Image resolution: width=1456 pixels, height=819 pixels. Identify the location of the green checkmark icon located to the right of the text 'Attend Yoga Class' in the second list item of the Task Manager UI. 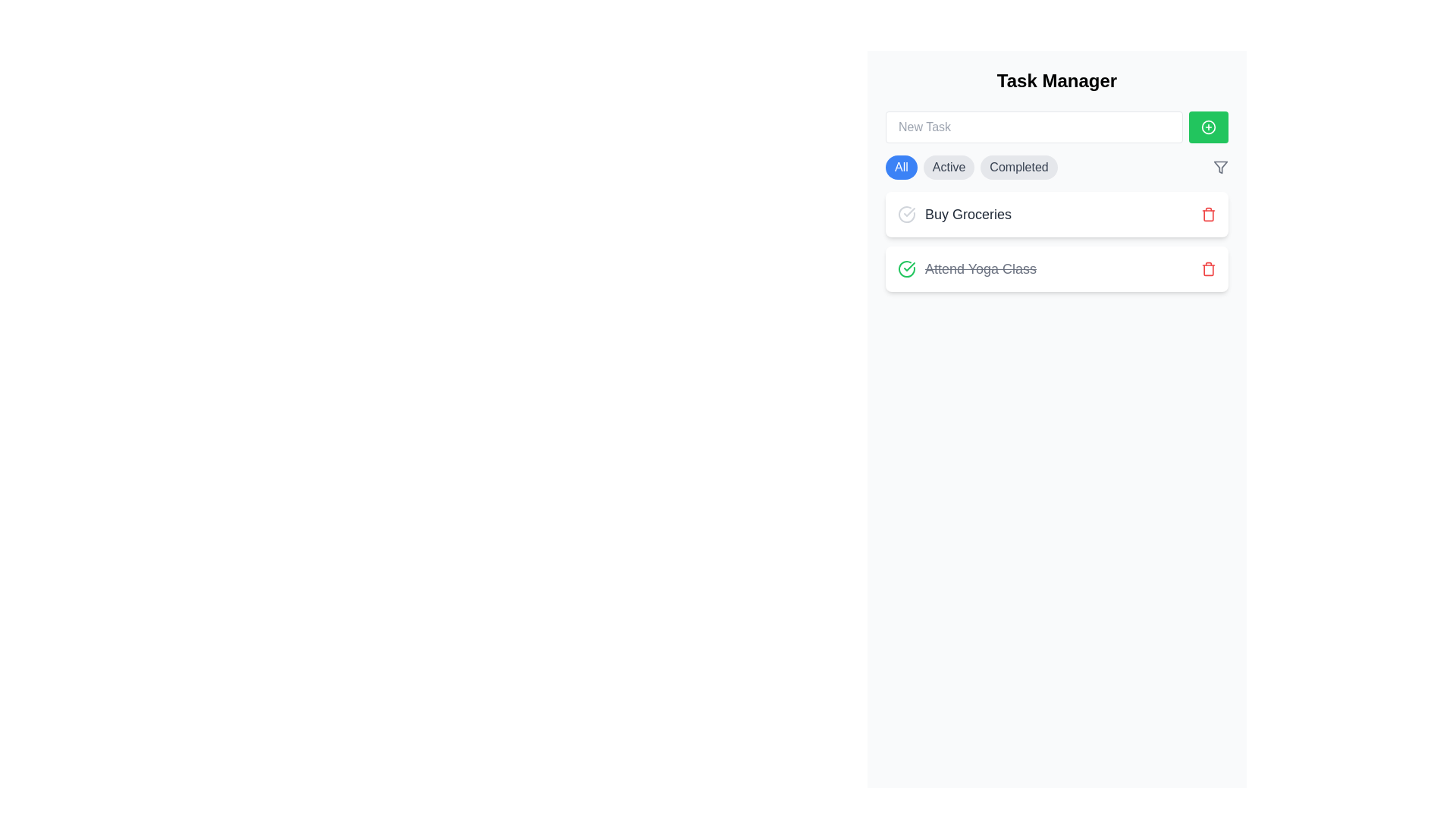
(909, 265).